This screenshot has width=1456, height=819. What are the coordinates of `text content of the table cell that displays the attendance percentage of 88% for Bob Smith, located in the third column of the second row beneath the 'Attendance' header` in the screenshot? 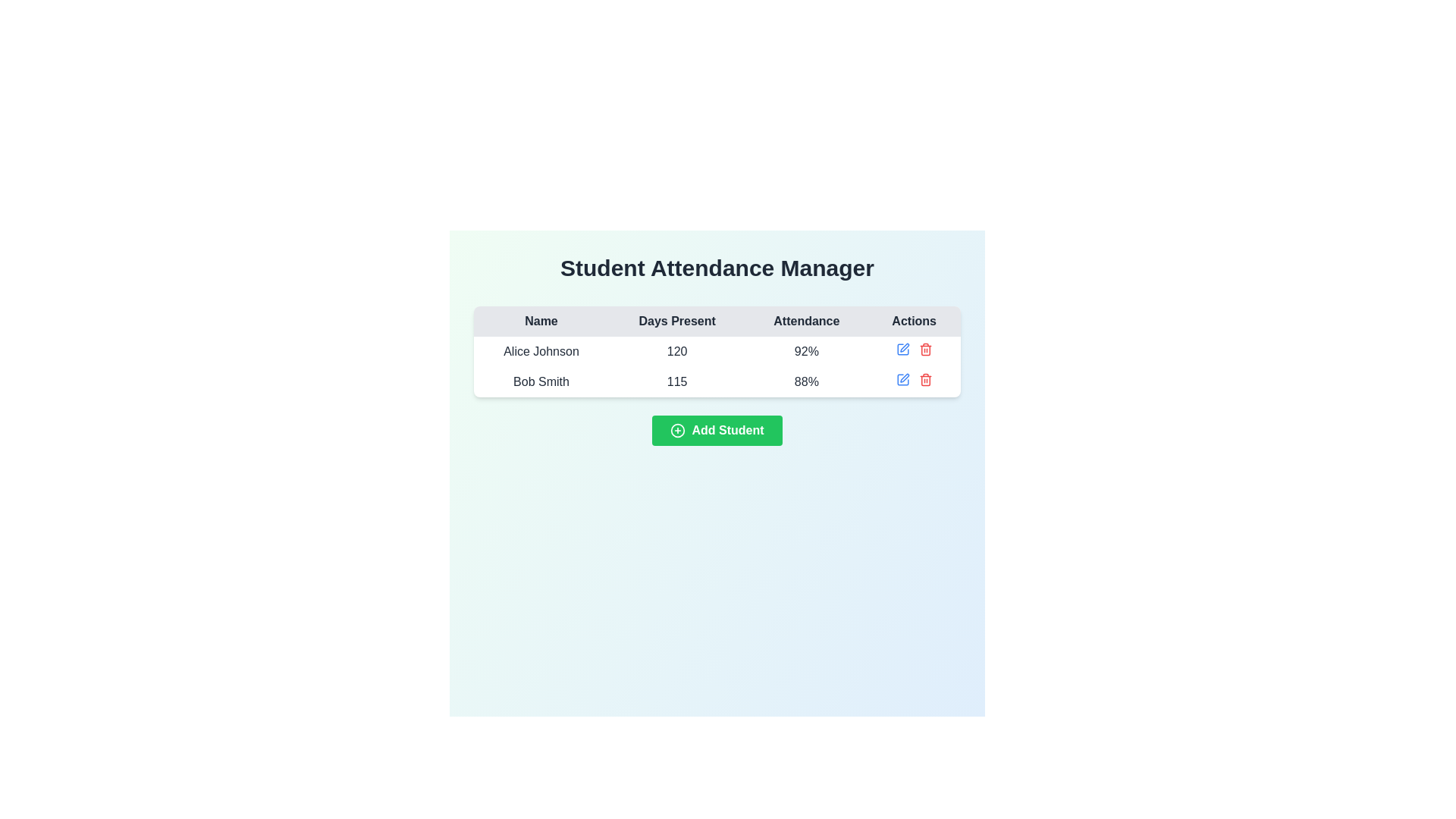 It's located at (805, 381).